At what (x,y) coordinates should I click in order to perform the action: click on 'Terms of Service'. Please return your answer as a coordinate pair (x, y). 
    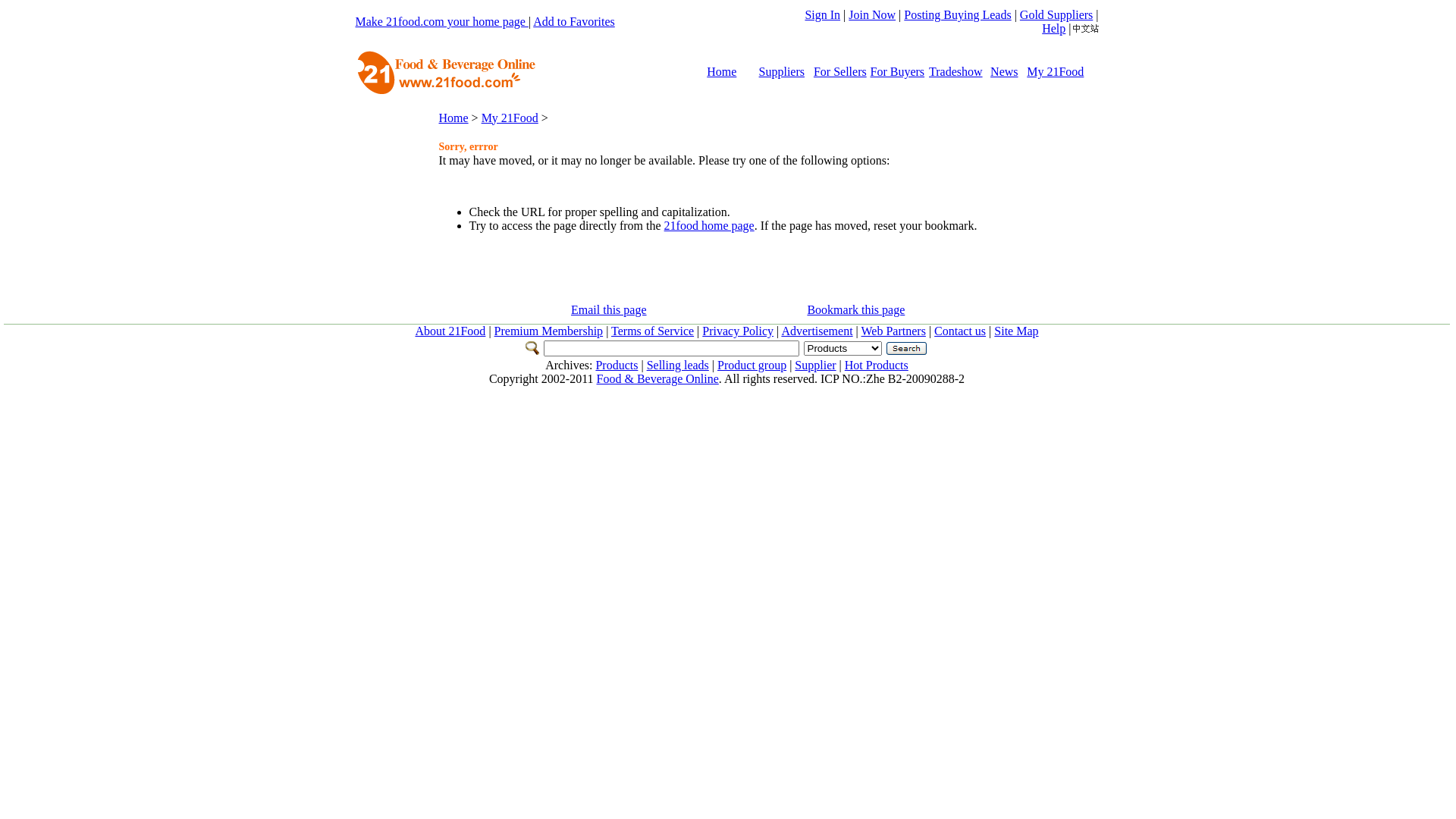
    Looking at the image, I should click on (652, 330).